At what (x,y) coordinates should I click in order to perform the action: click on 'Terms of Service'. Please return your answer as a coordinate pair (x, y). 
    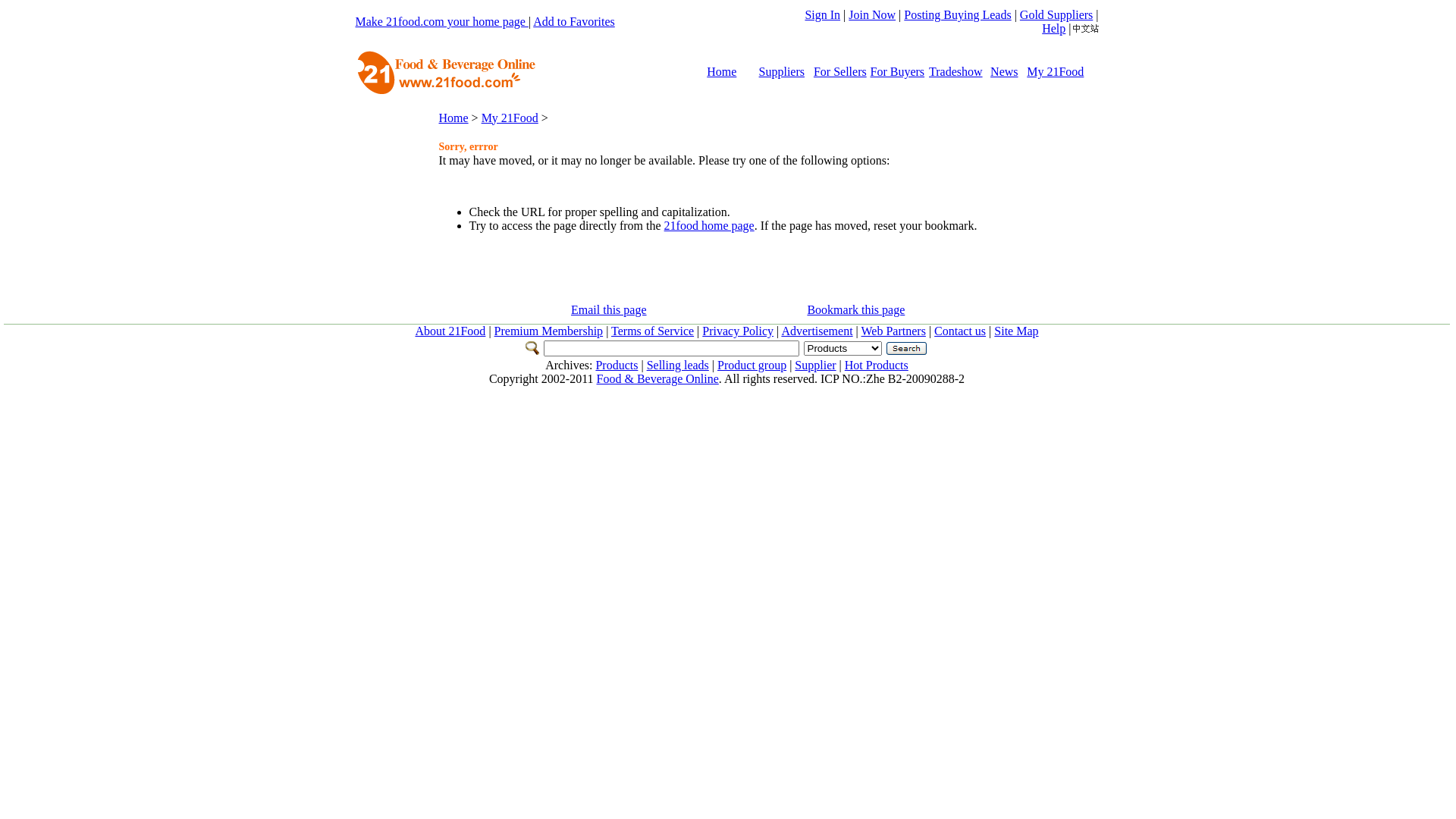
    Looking at the image, I should click on (652, 330).